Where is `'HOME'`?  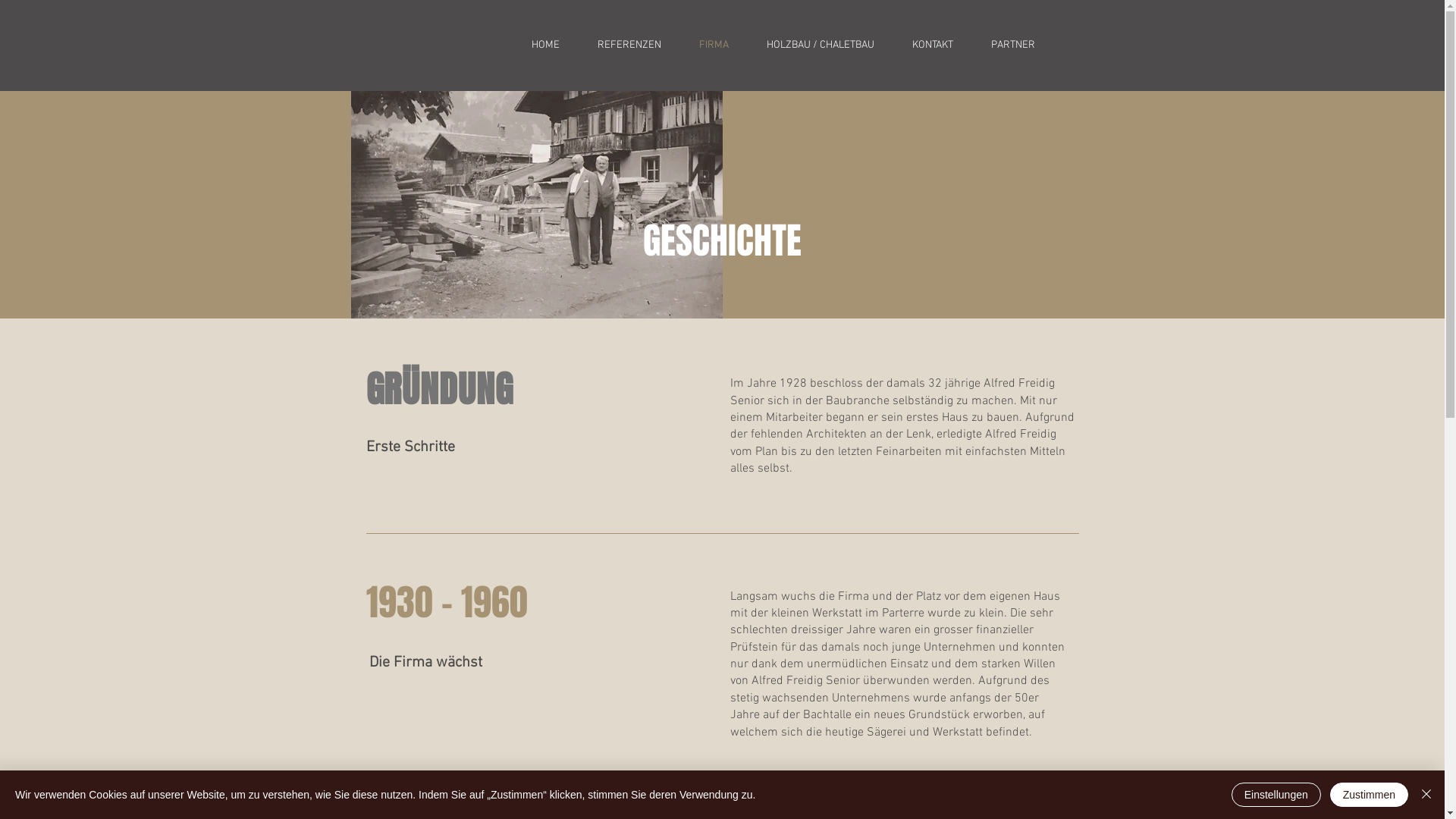
'HOME' is located at coordinates (545, 45).